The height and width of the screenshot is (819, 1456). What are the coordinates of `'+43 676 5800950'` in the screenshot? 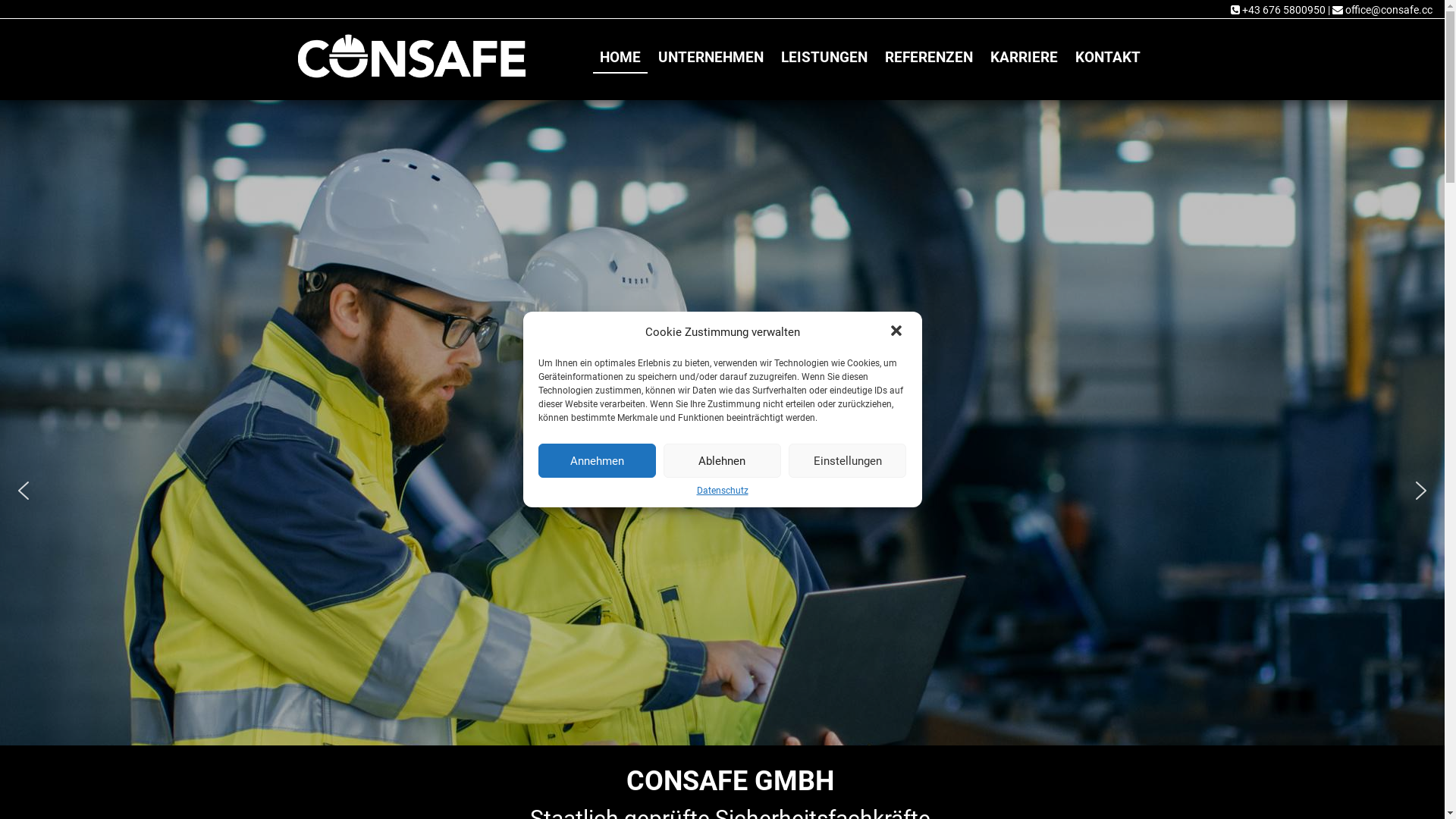 It's located at (1230, 9).